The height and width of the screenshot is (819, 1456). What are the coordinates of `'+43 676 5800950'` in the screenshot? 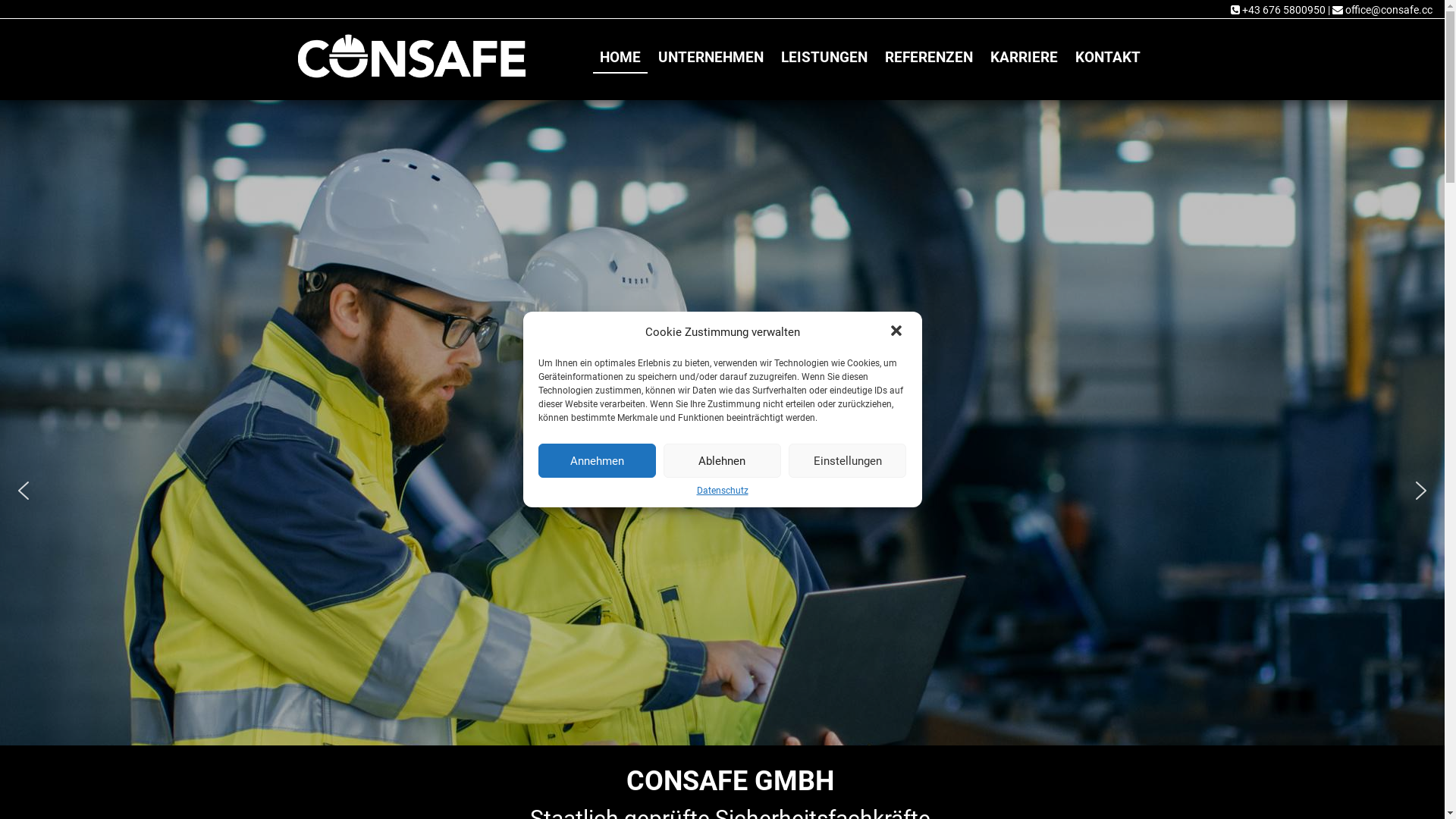 It's located at (1230, 9).